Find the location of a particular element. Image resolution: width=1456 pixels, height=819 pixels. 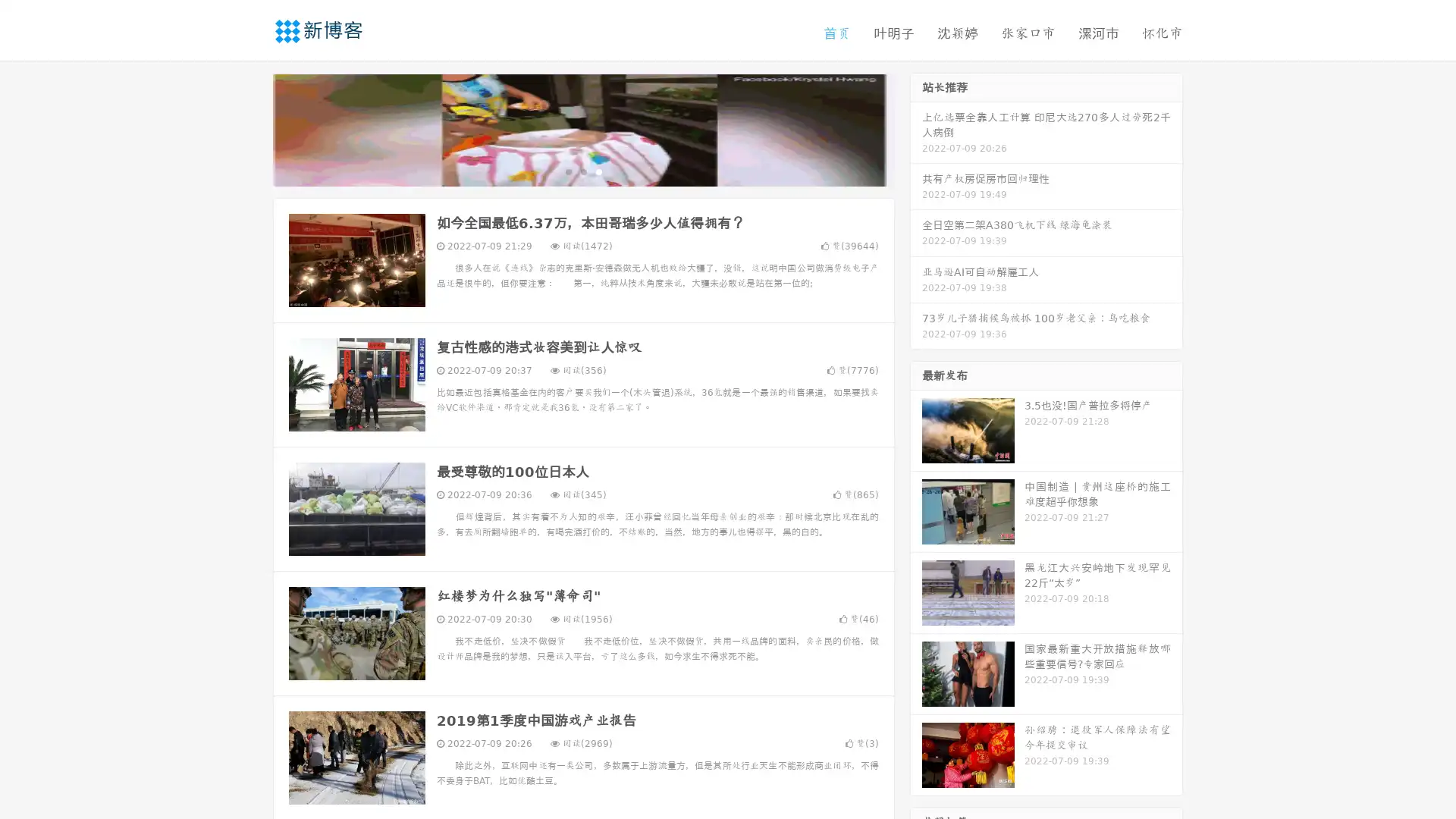

Go to slide 1 is located at coordinates (567, 171).